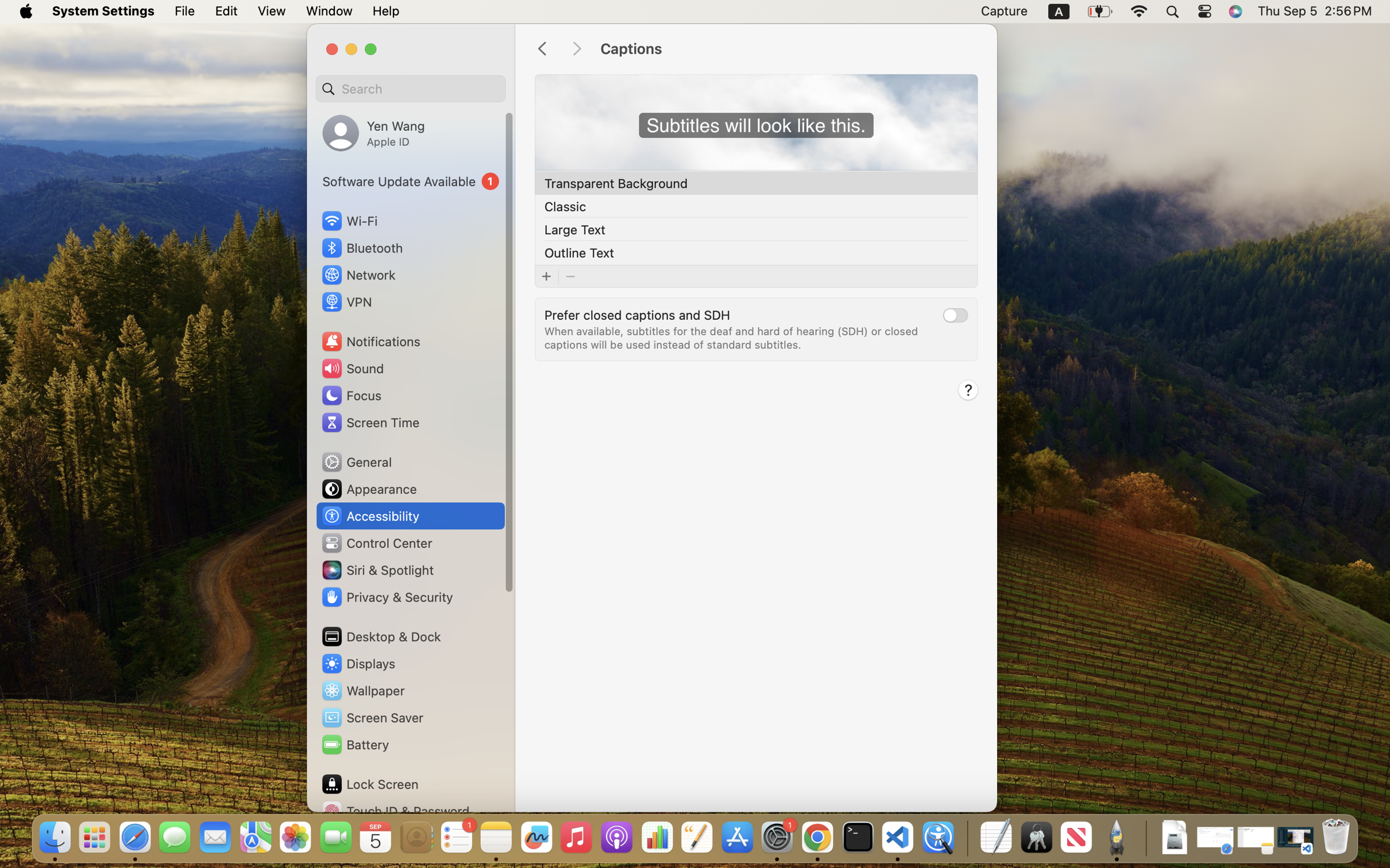 The image size is (1390, 868). I want to click on 'Displays', so click(358, 662).